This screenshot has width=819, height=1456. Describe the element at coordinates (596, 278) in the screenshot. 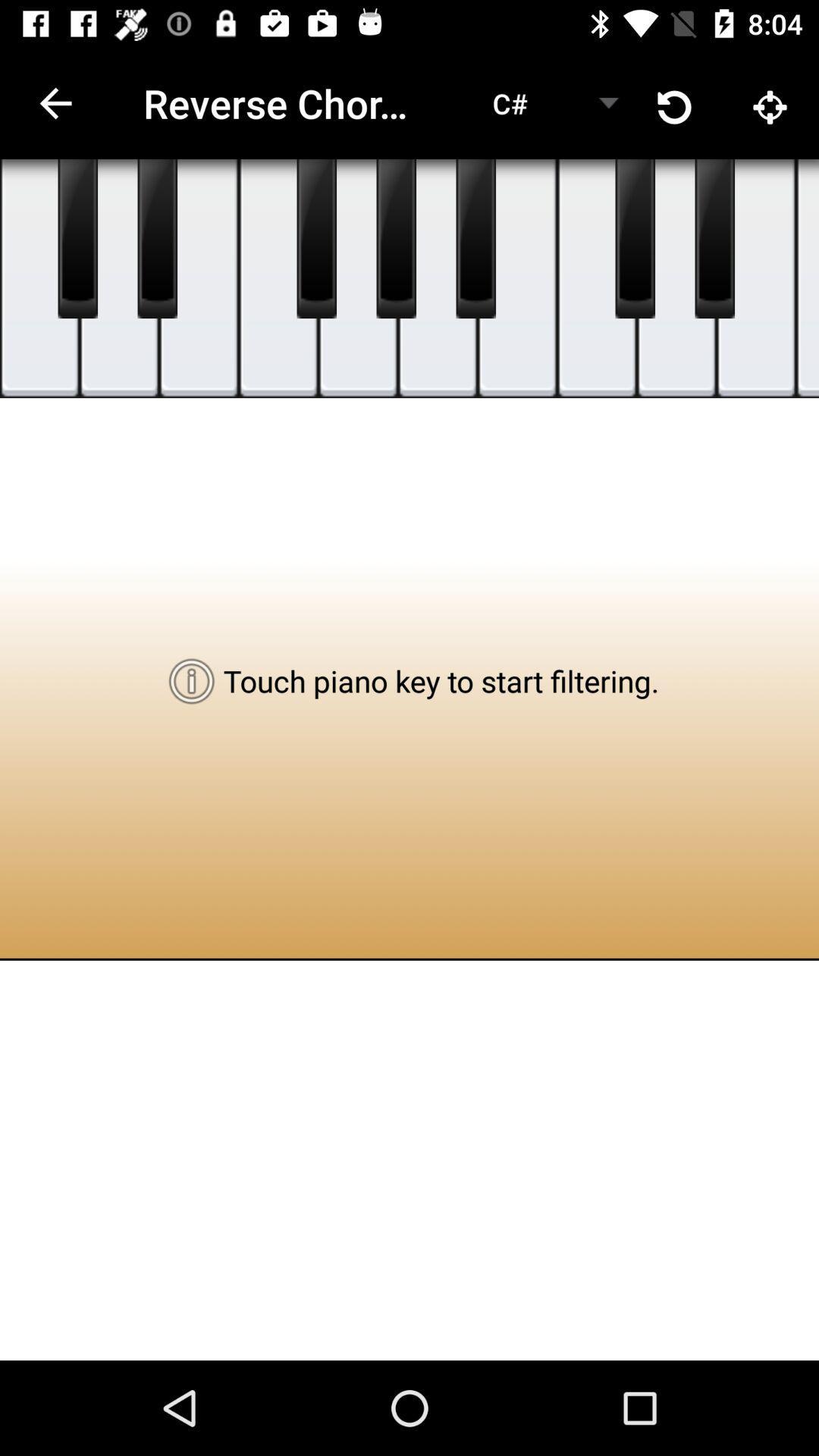

I see `keybord enter` at that location.